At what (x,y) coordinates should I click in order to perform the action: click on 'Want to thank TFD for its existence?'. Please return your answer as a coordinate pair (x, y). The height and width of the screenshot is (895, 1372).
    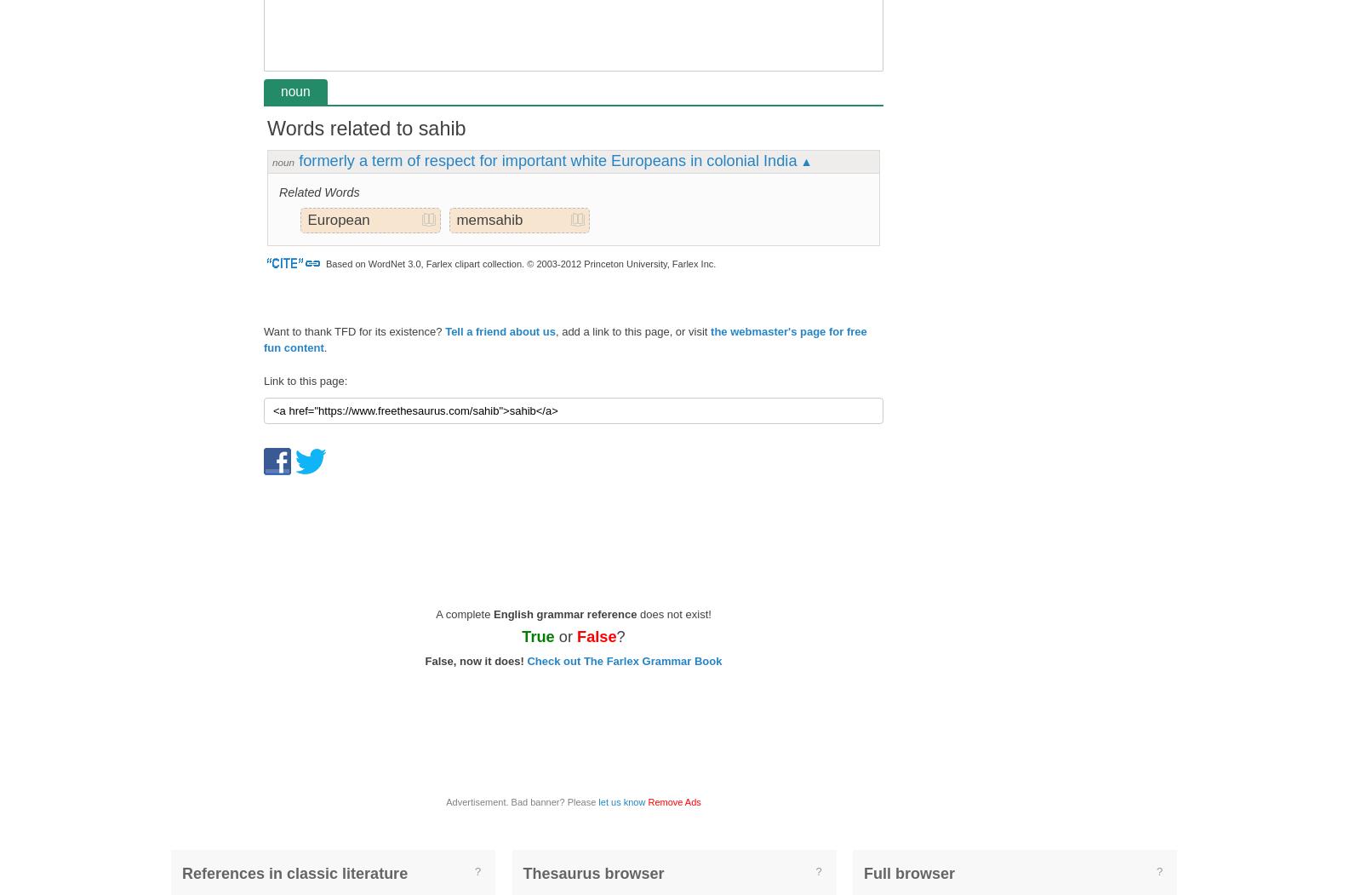
    Looking at the image, I should click on (354, 330).